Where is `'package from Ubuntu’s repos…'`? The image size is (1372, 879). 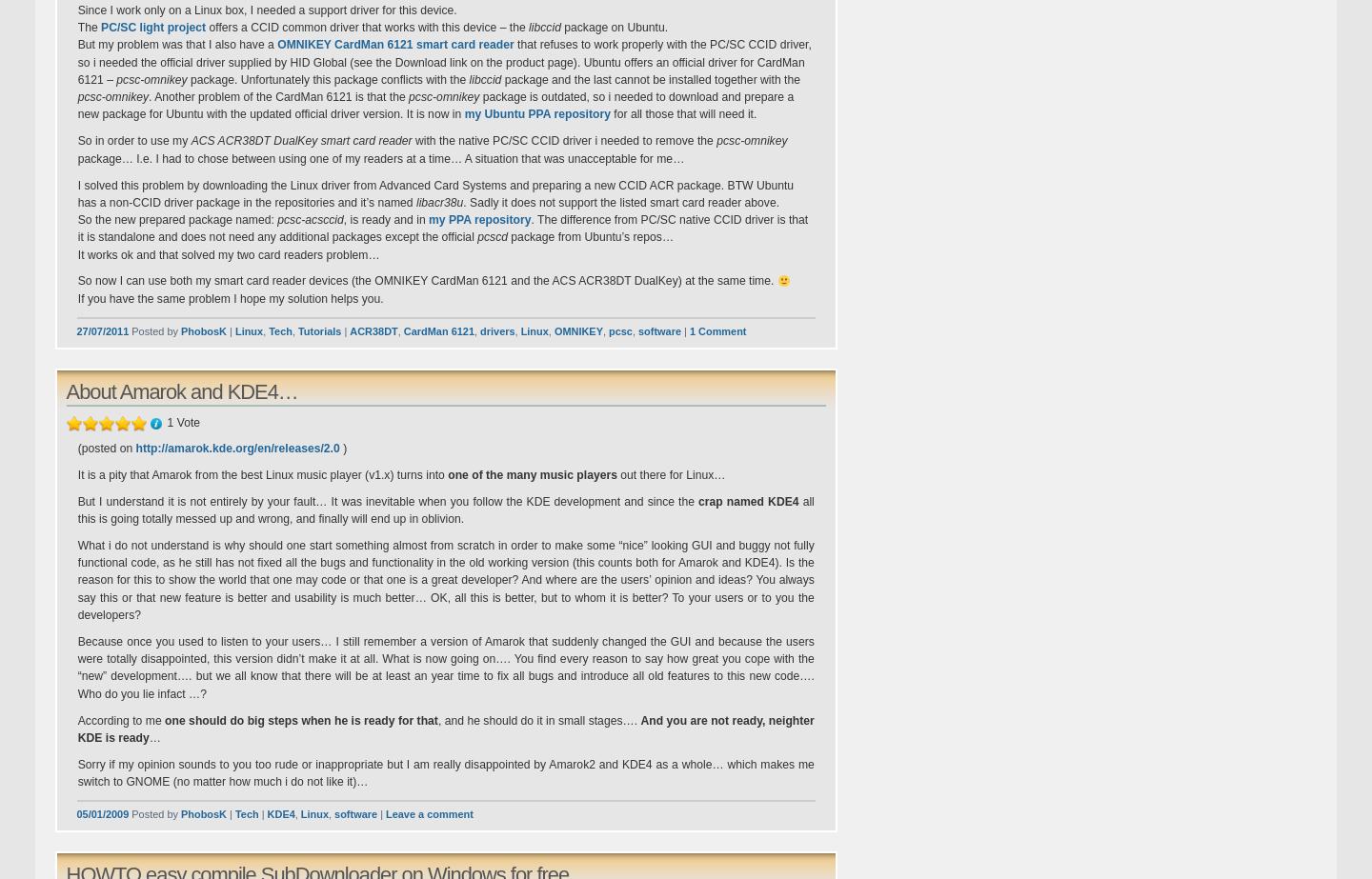 'package from Ubuntu’s repos…' is located at coordinates (589, 237).